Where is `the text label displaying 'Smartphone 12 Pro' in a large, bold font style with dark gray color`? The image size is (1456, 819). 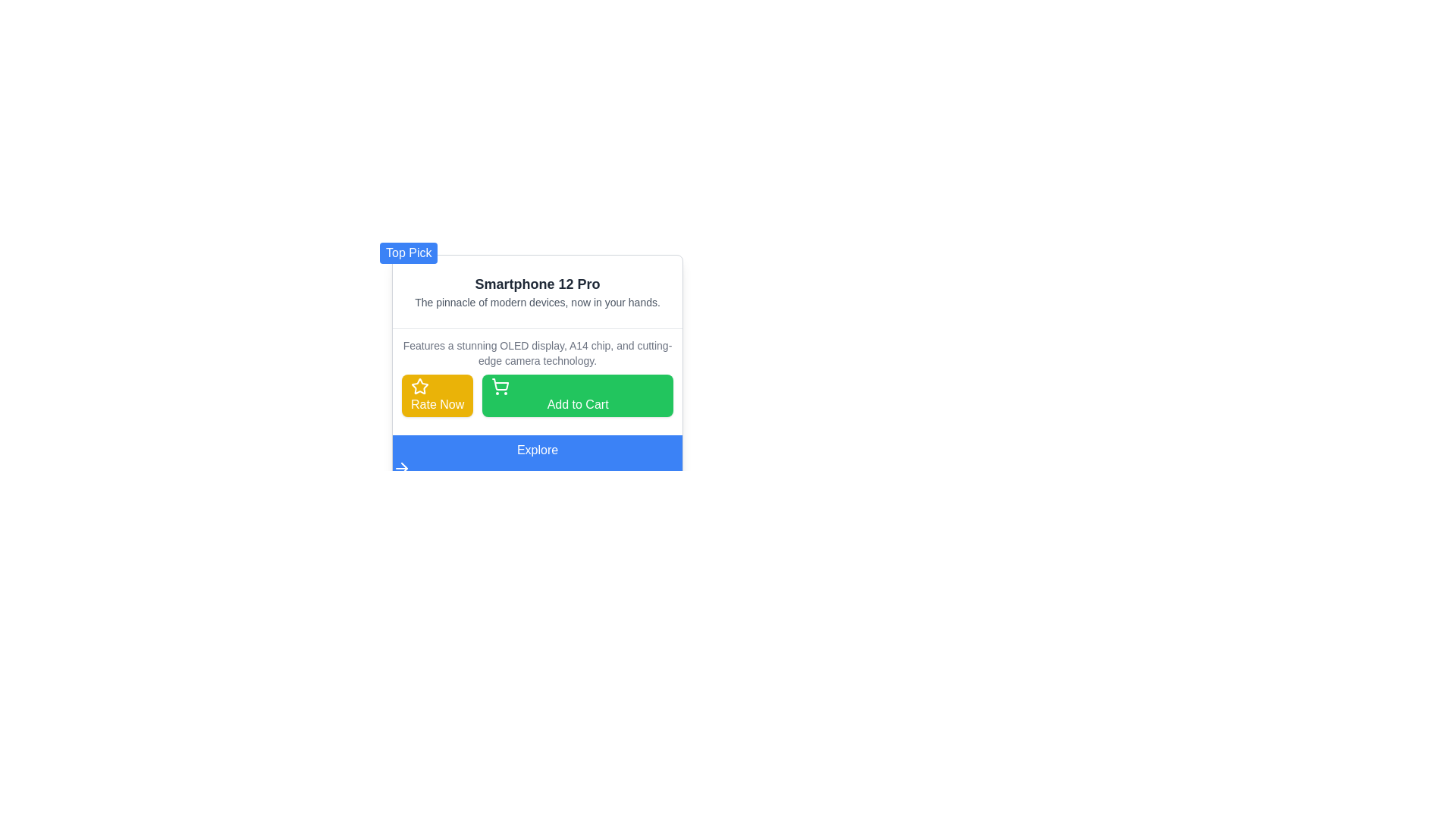 the text label displaying 'Smartphone 12 Pro' in a large, bold font style with dark gray color is located at coordinates (538, 284).